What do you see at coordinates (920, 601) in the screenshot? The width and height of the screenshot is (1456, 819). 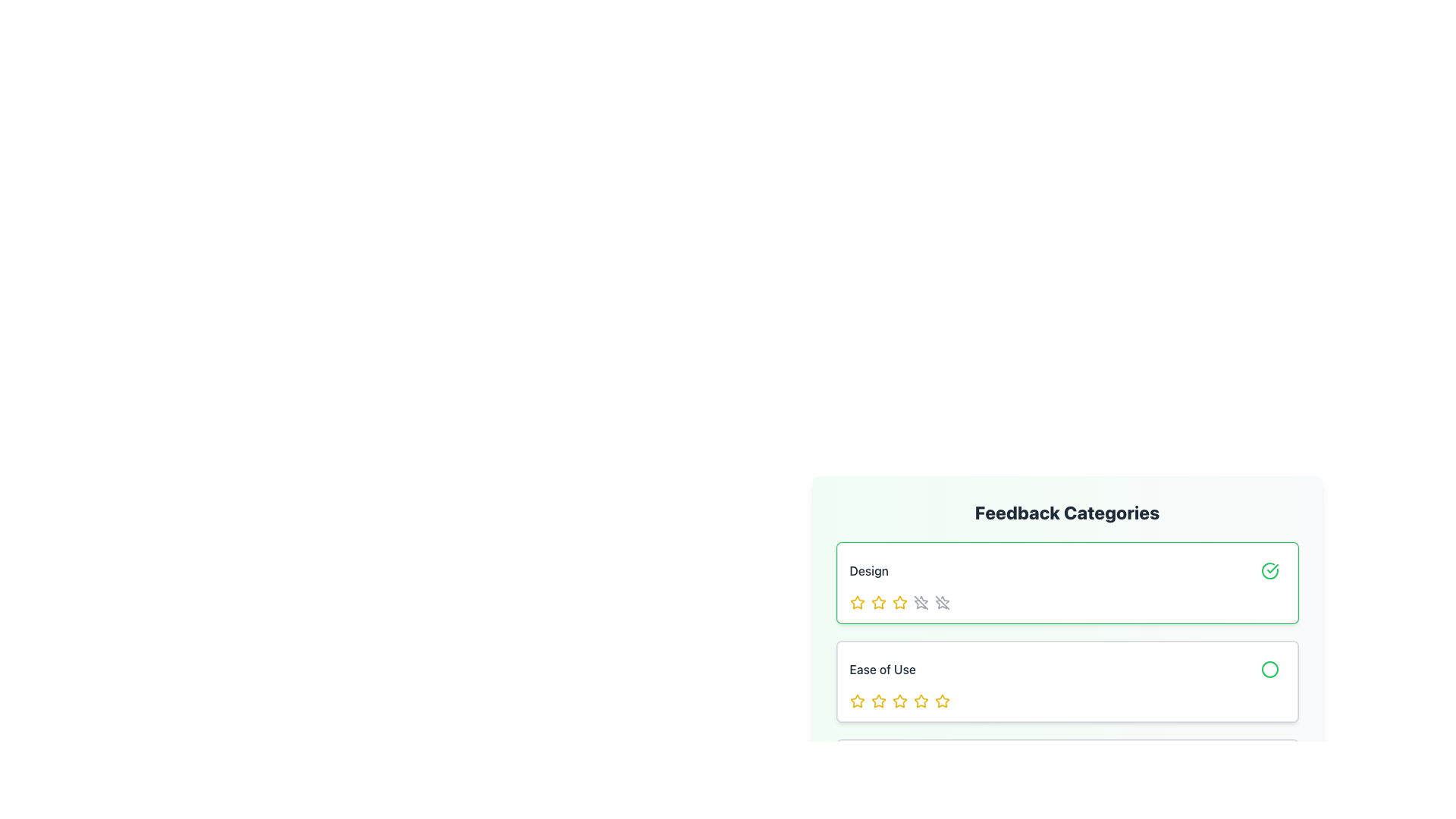 I see `the fifth star icon with a cross overlay in the 'Design' category's rating row under the 'Feedback Categories' section to attempt` at bounding box center [920, 601].